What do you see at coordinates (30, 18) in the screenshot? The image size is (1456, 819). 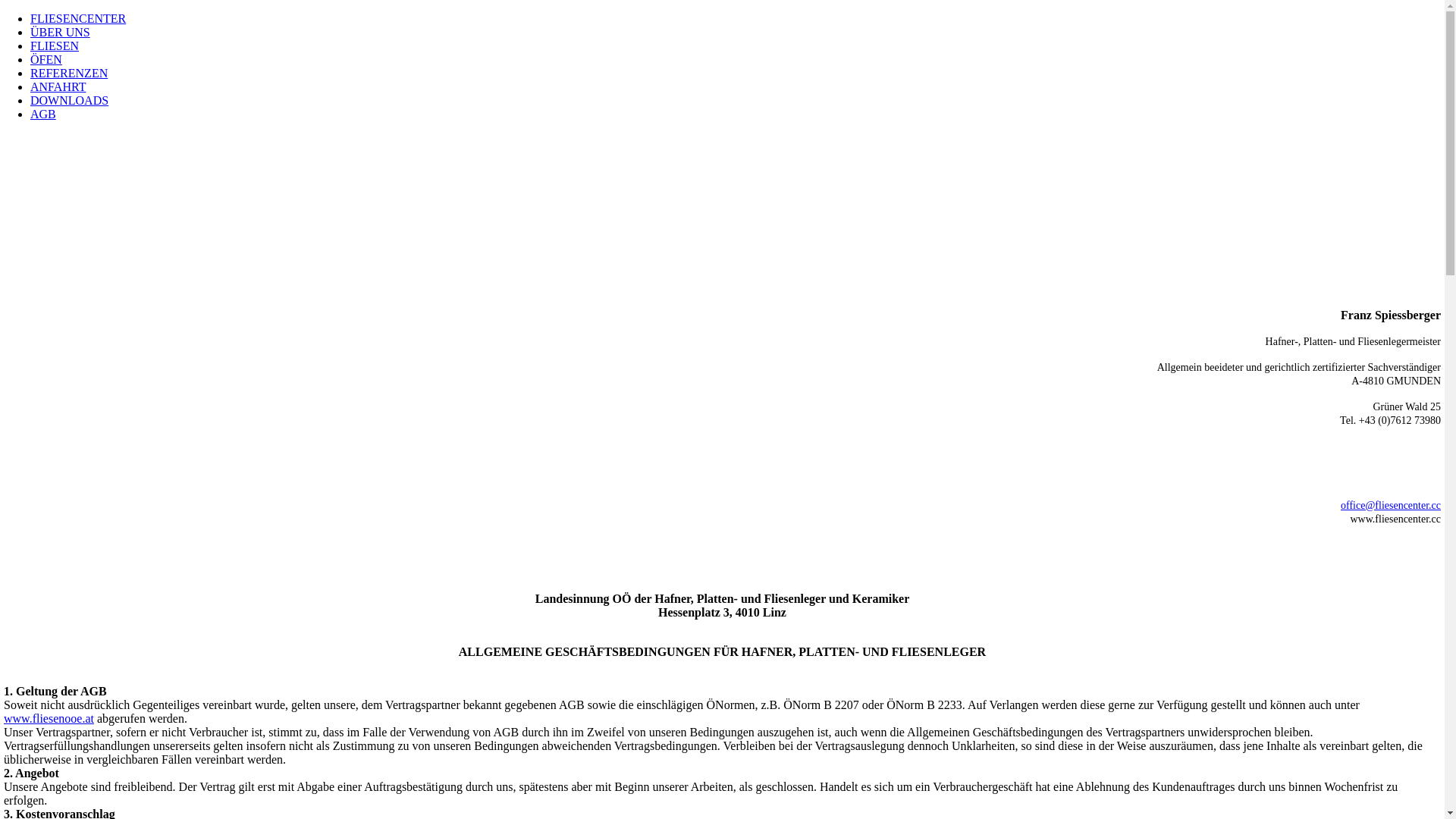 I see `'FLIESENCENTER'` at bounding box center [30, 18].